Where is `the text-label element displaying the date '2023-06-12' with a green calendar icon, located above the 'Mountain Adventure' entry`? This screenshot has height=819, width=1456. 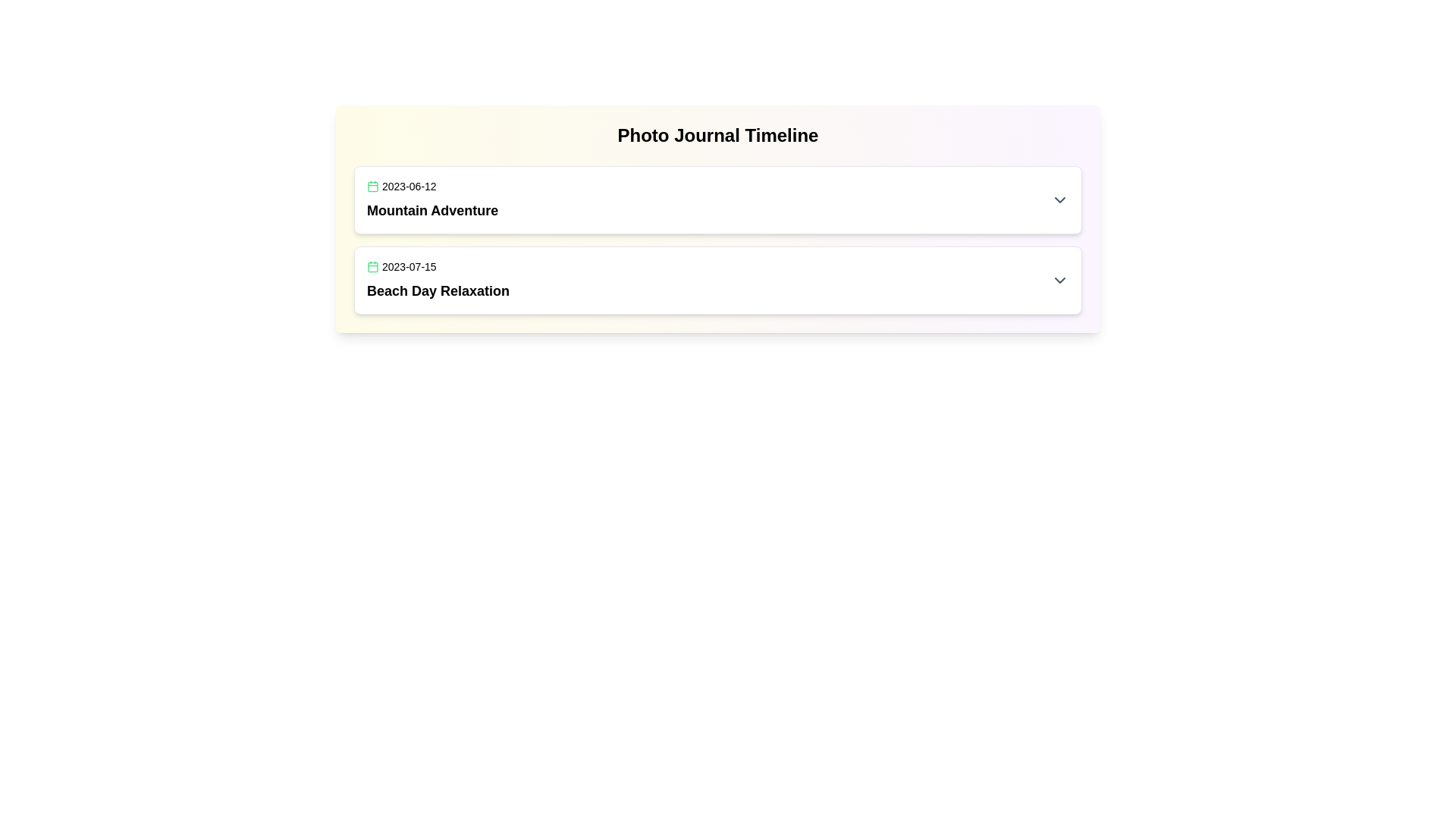
the text-label element displaying the date '2023-06-12' with a green calendar icon, located above the 'Mountain Adventure' entry is located at coordinates (431, 186).